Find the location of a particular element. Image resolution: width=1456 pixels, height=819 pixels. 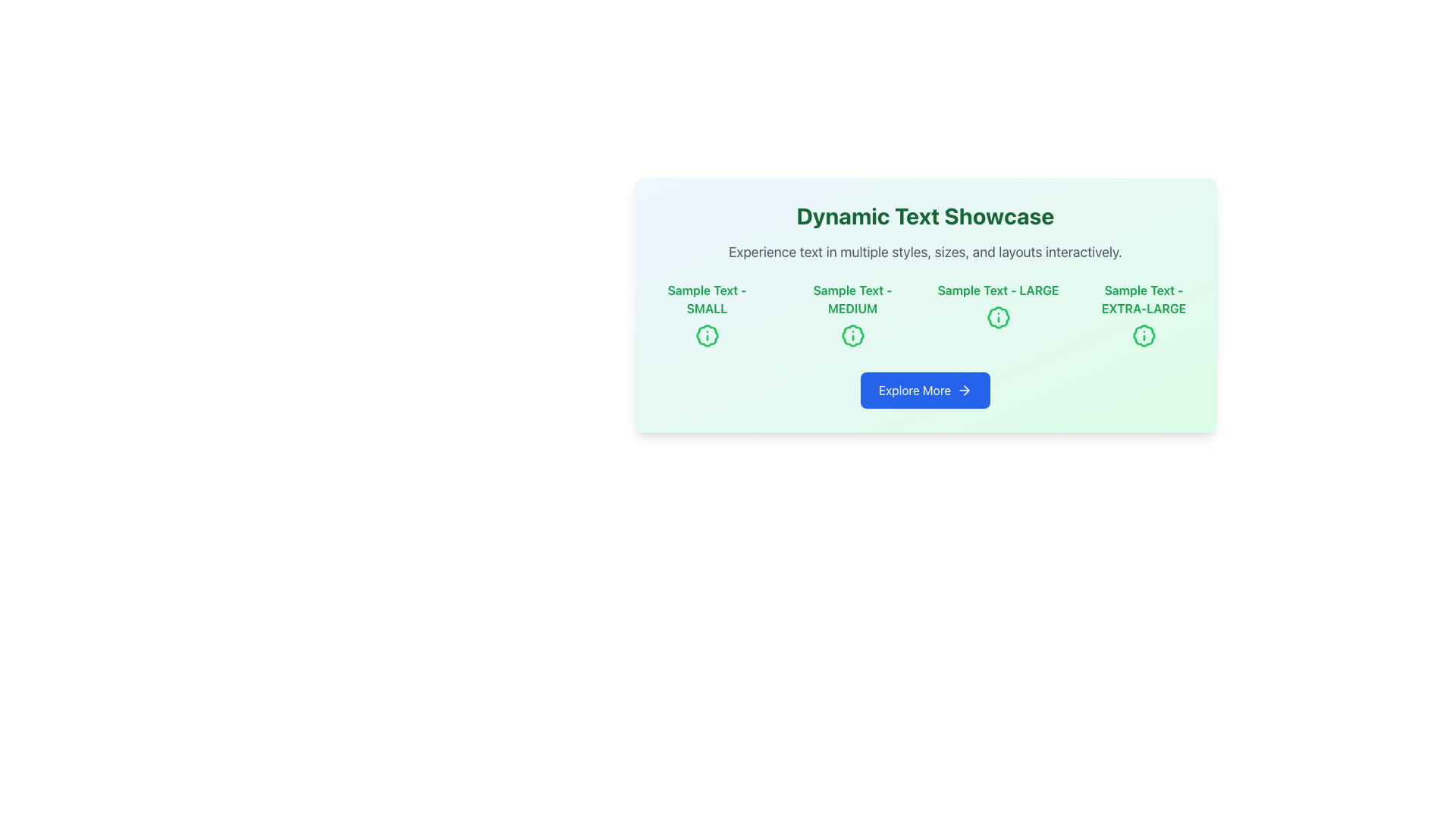

the icon with a circular badge-like design, which has a green outline and is located in the first group labeled 'Sample Text - SMALL' is located at coordinates (706, 335).